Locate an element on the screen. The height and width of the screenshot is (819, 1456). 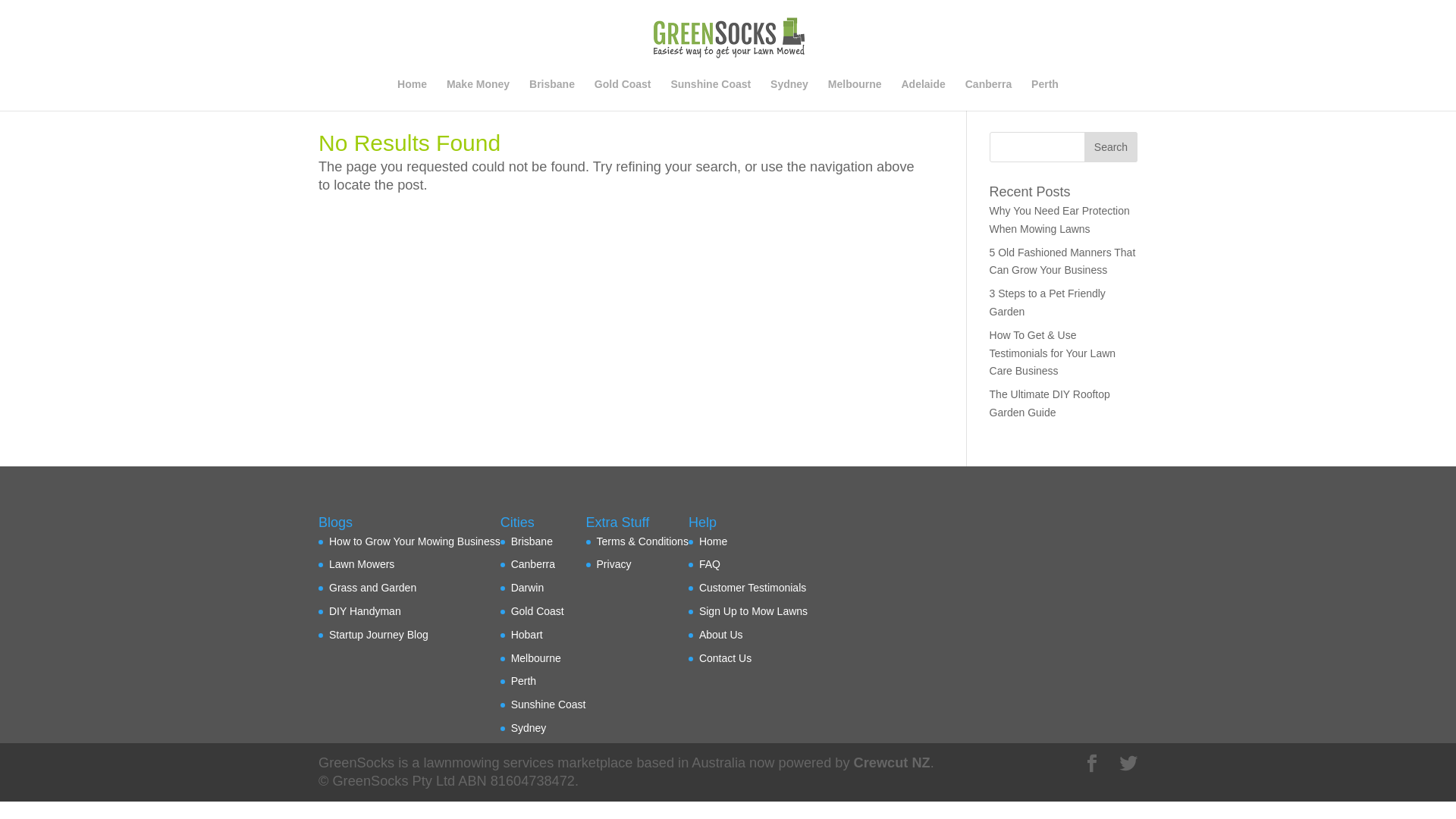
'Make Money' is located at coordinates (446, 94).